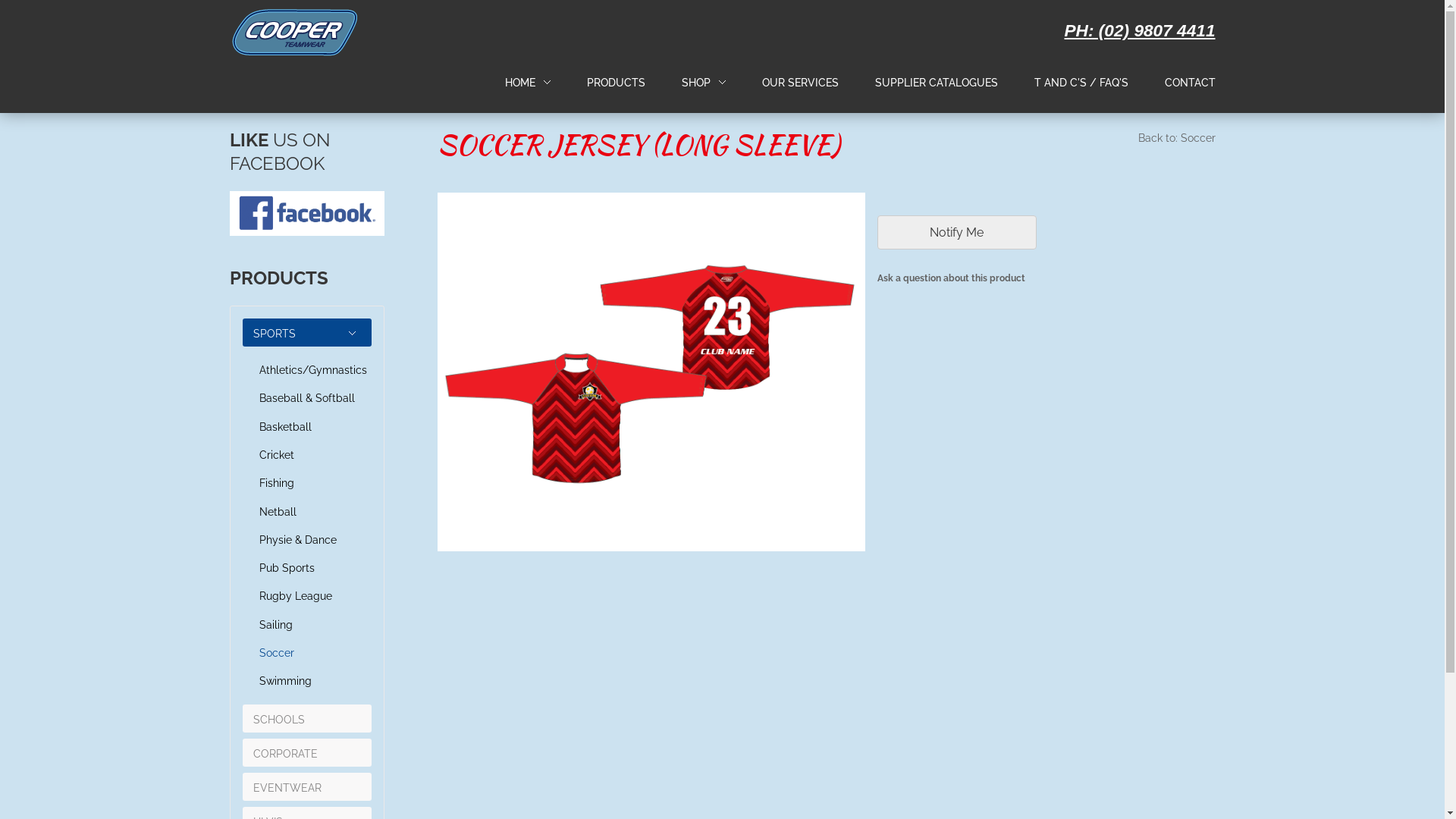 This screenshot has width=1456, height=819. What do you see at coordinates (874, 82) in the screenshot?
I see `'SUPPLIER CATALOGUES'` at bounding box center [874, 82].